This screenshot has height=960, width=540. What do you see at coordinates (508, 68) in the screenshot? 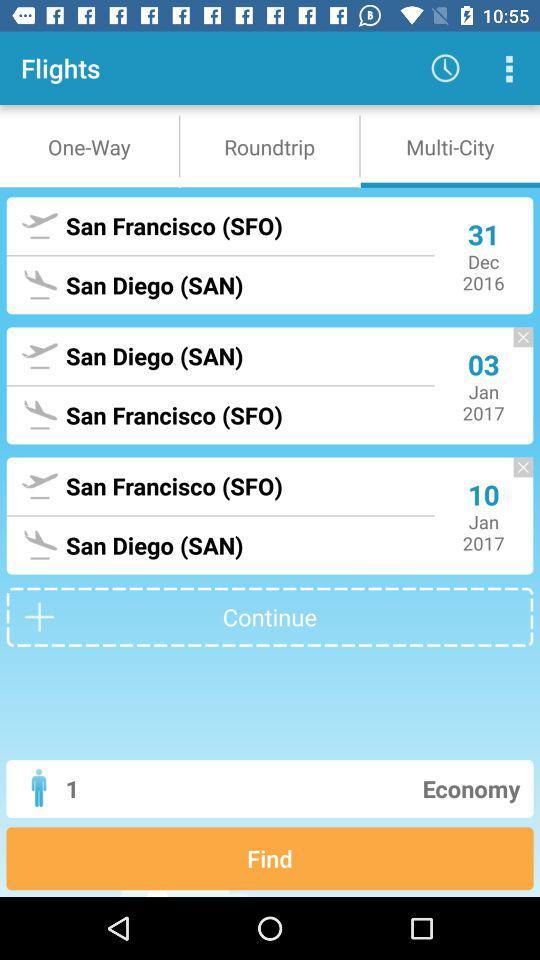
I see `menu` at bounding box center [508, 68].